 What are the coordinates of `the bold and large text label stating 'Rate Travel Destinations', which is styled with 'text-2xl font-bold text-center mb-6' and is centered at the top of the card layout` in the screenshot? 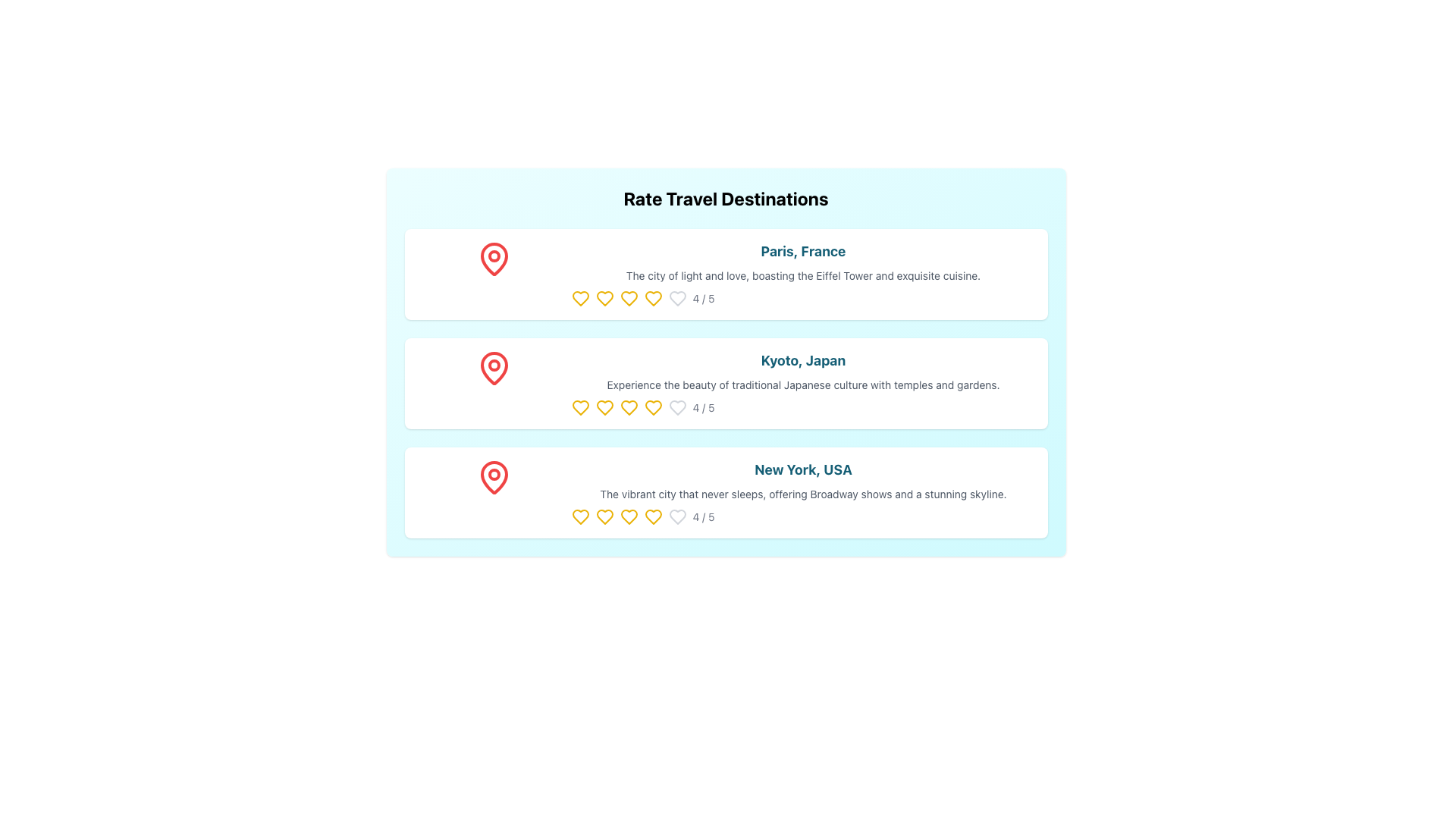 It's located at (725, 198).